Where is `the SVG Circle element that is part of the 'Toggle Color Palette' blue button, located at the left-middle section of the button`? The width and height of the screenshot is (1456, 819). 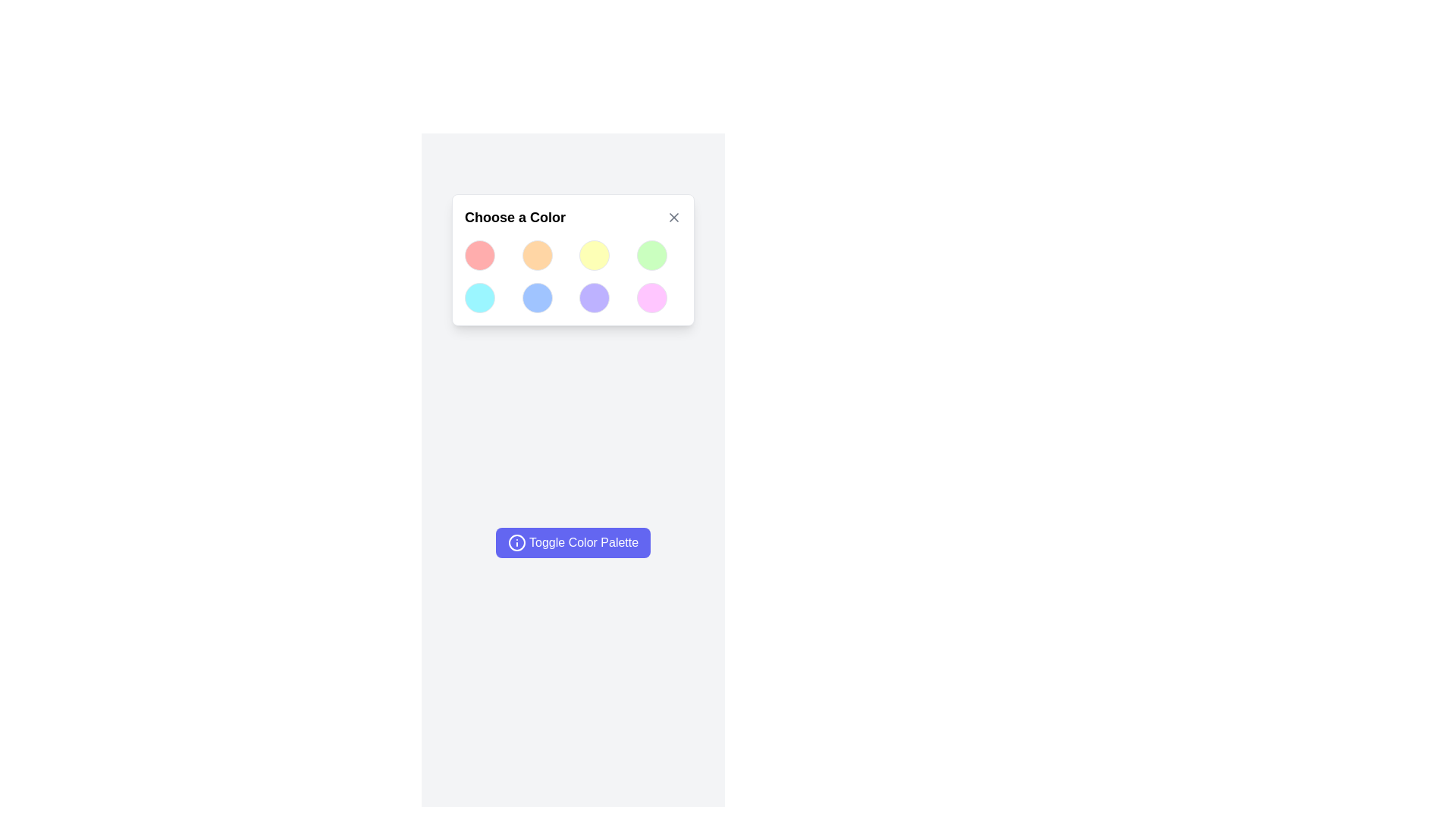
the SVG Circle element that is part of the 'Toggle Color Palette' blue button, located at the left-middle section of the button is located at coordinates (516, 542).